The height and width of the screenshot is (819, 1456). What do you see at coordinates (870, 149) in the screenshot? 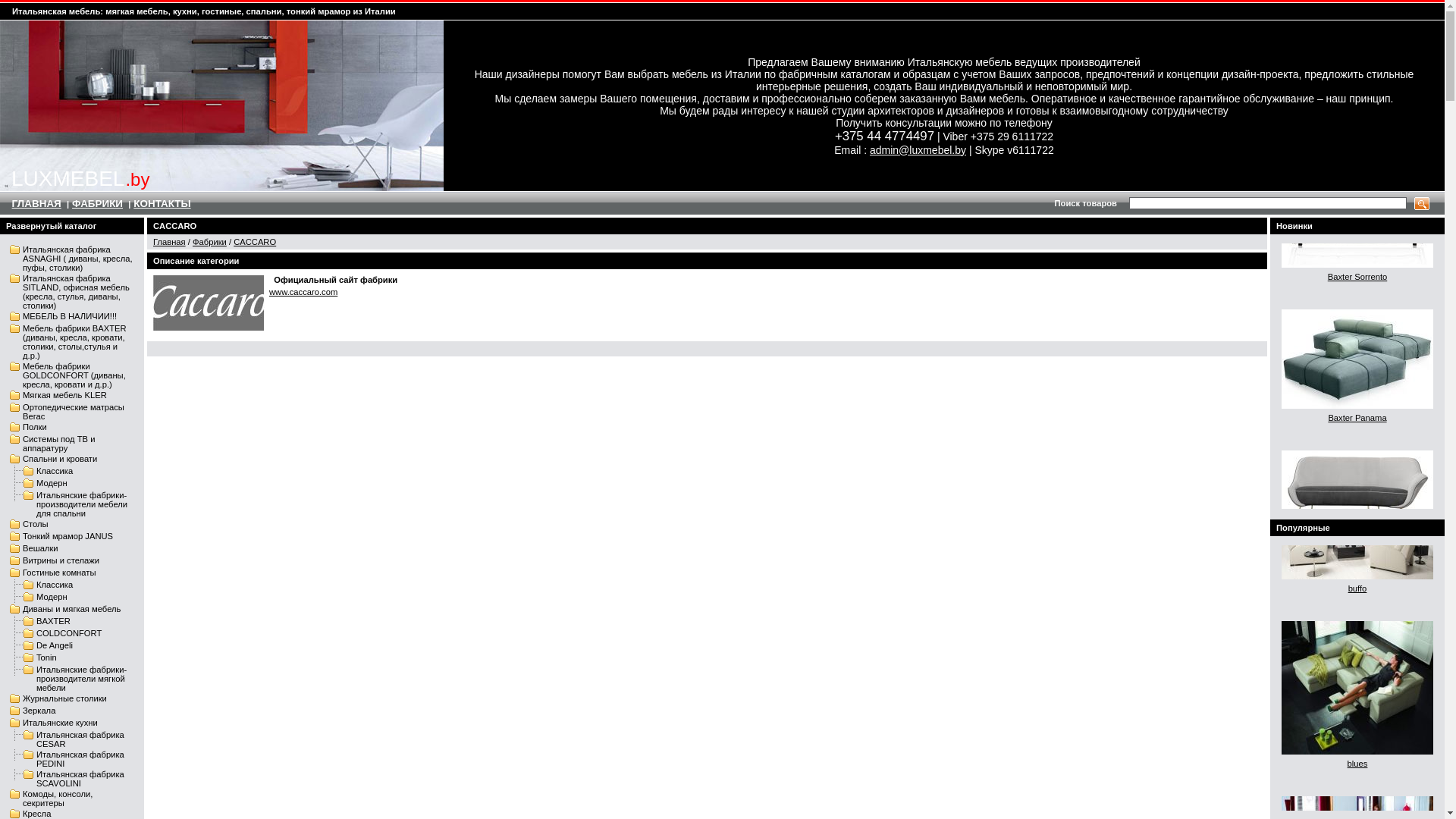
I see `'admin@luxmebel.by'` at bounding box center [870, 149].